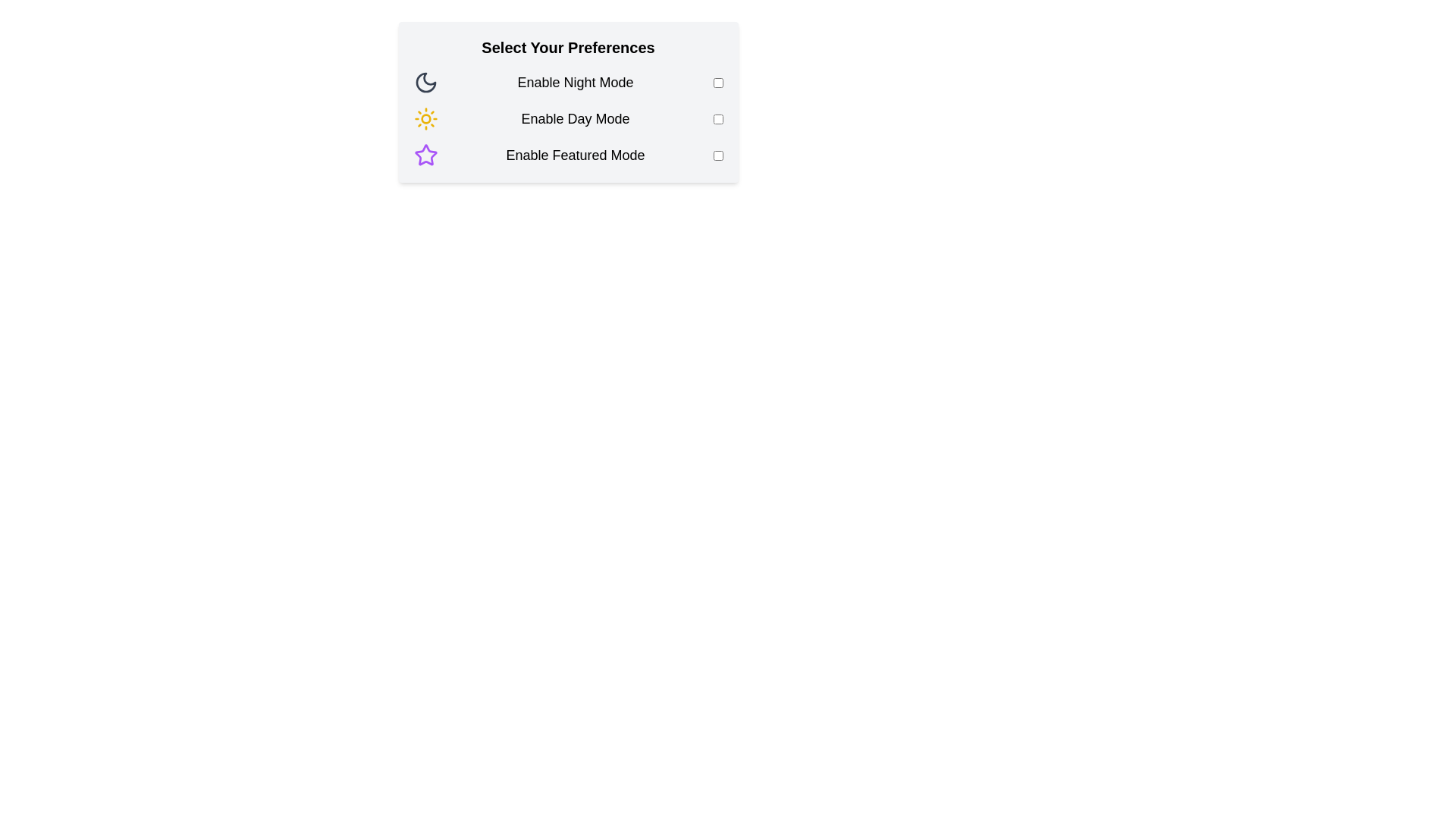  Describe the element at coordinates (425, 155) in the screenshot. I see `the purple-colored star icon located to the immediate left of the 'Enable Featured Mode' text within the 'Select Your Preferences' section` at that location.